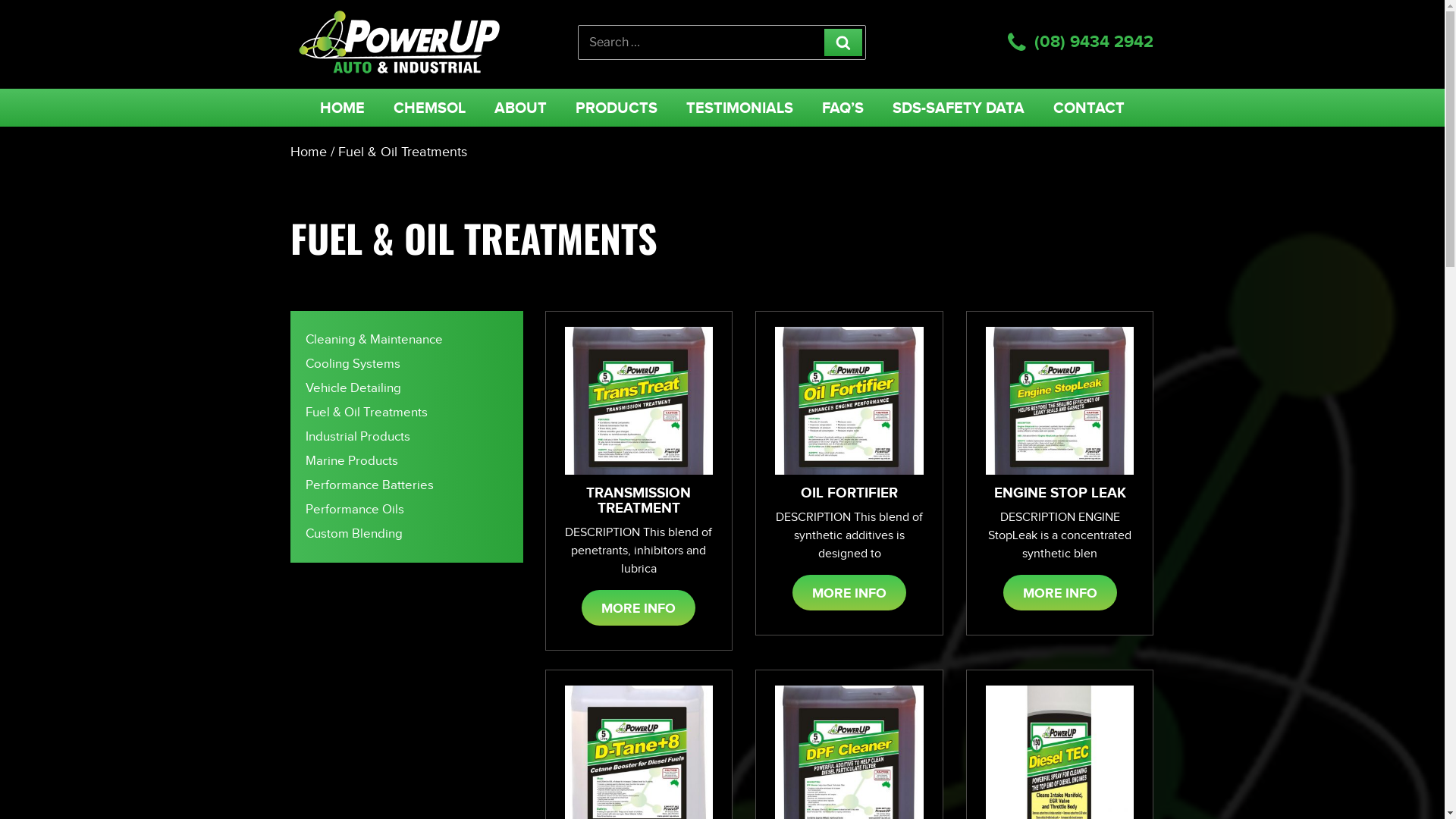  I want to click on 'MORE INFO', so click(1059, 591).